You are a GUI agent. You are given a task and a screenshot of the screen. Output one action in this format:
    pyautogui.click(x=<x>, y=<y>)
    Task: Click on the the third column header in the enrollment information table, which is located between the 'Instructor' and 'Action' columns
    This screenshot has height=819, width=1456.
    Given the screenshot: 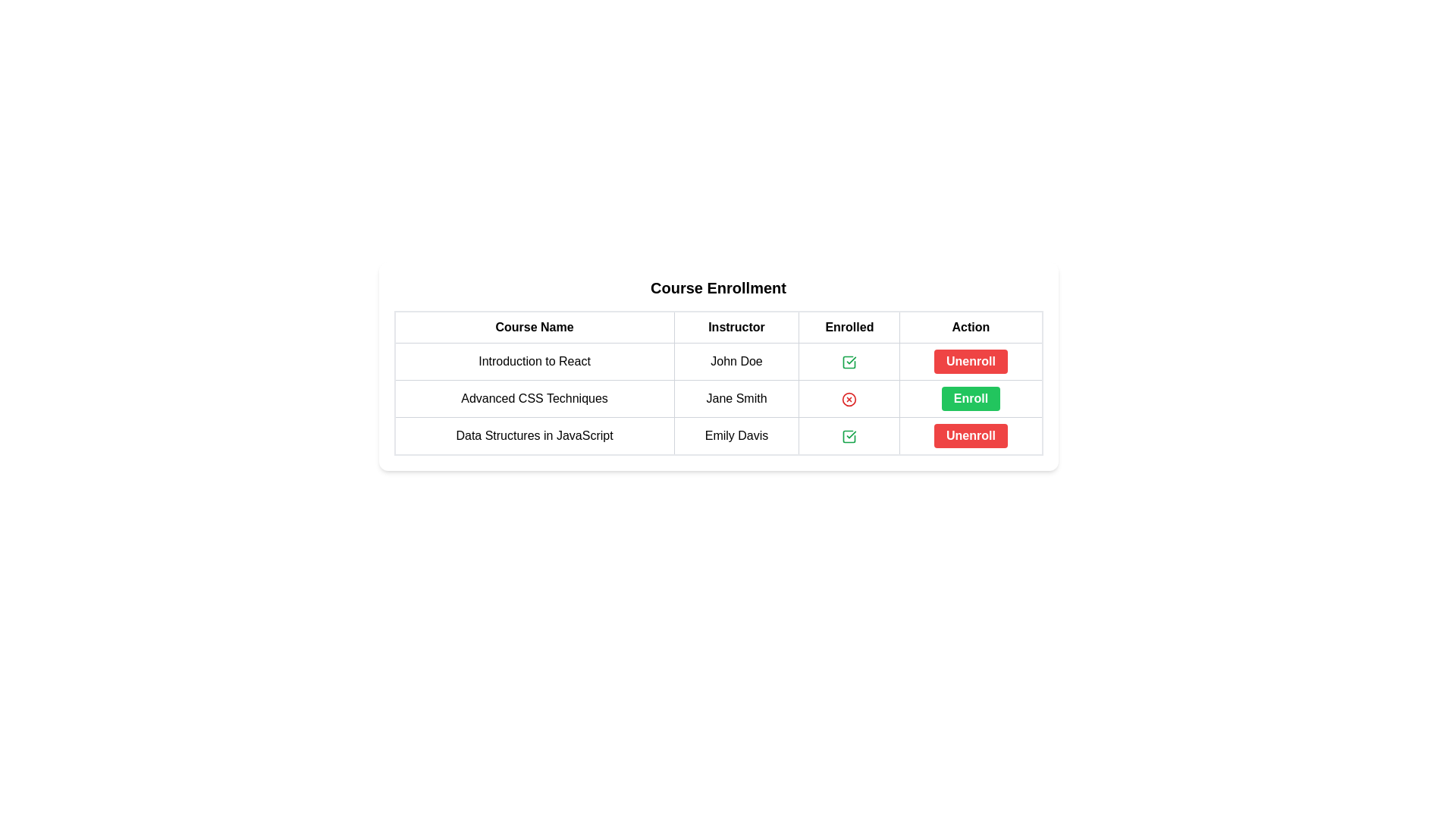 What is the action you would take?
    pyautogui.click(x=849, y=326)
    